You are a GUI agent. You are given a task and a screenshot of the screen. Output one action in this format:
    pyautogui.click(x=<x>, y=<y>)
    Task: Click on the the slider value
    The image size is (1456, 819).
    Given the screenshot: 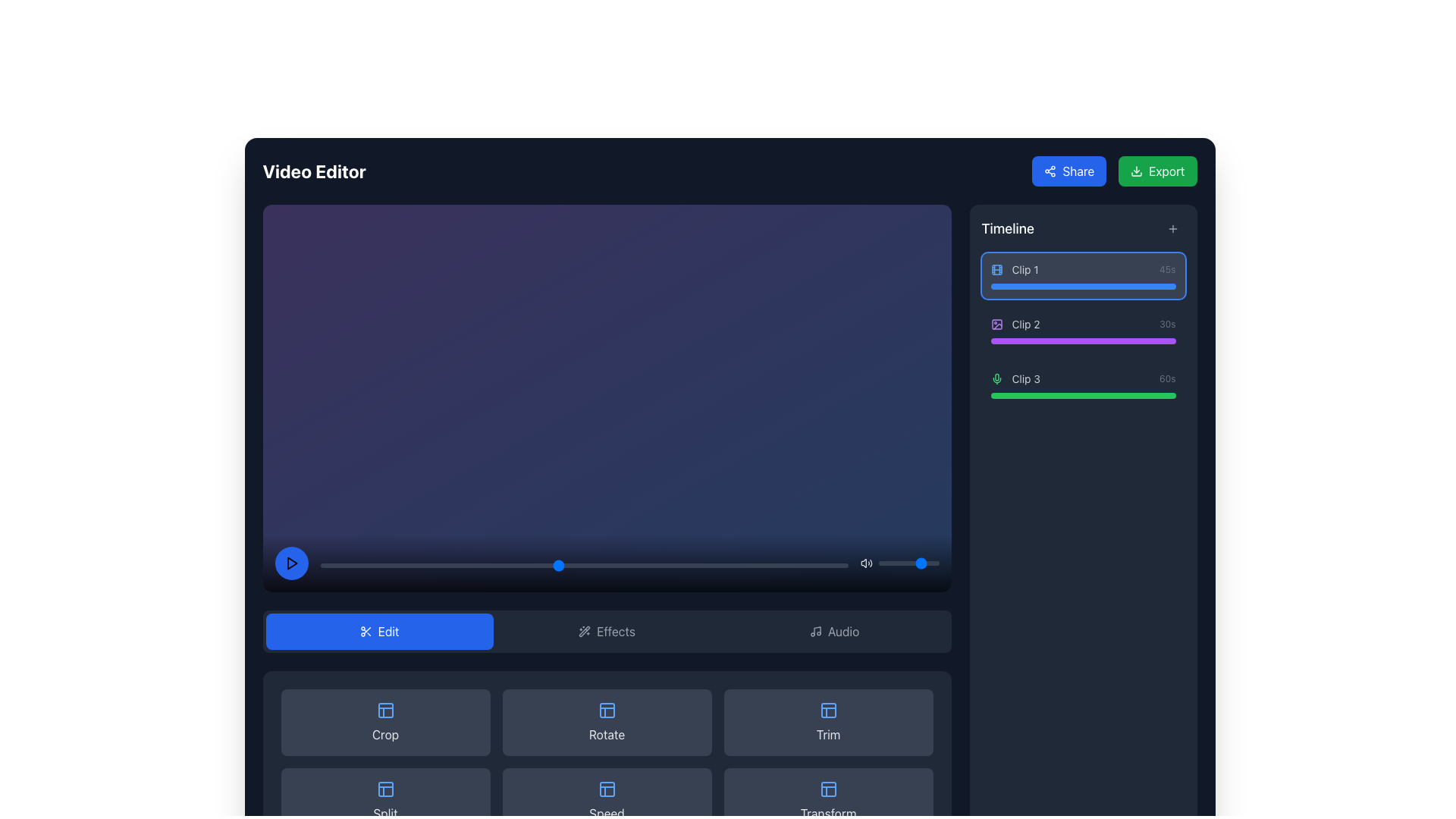 What is the action you would take?
    pyautogui.click(x=883, y=563)
    